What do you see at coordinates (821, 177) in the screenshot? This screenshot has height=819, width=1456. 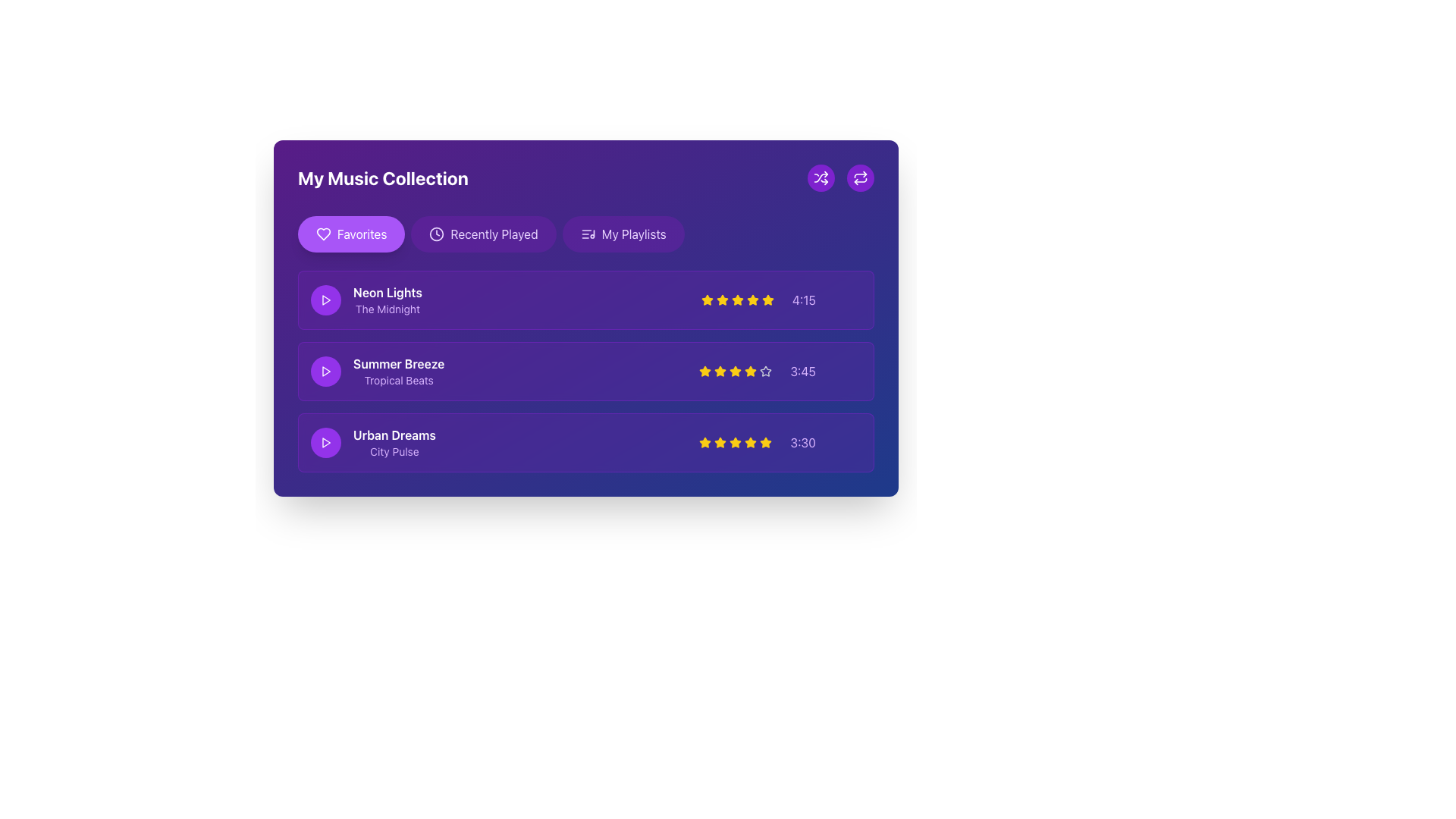 I see `the shuffle button, which is a stylized icon with a purple circular background and white interwoven arrows, located in the top-right corner of the panel` at bounding box center [821, 177].